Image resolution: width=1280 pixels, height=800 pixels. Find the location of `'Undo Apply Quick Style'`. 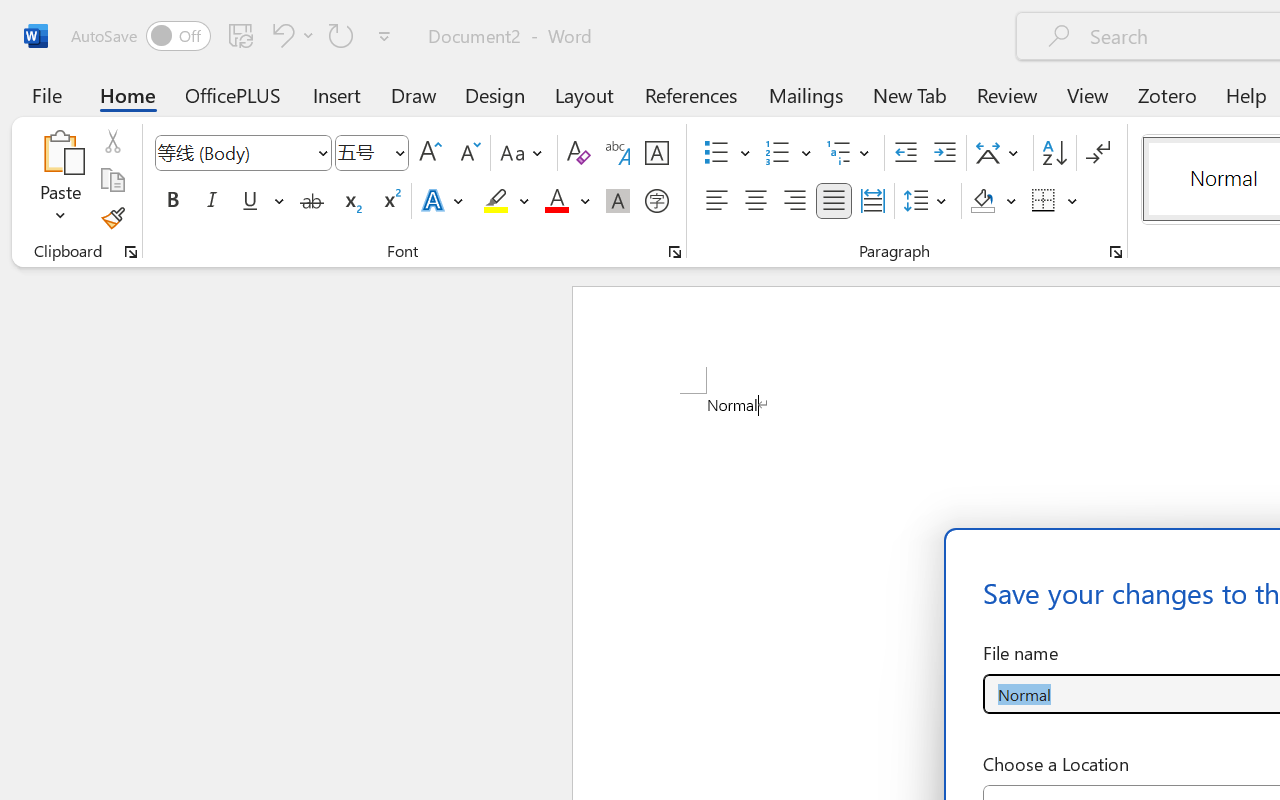

'Undo Apply Quick Style' is located at coordinates (289, 34).